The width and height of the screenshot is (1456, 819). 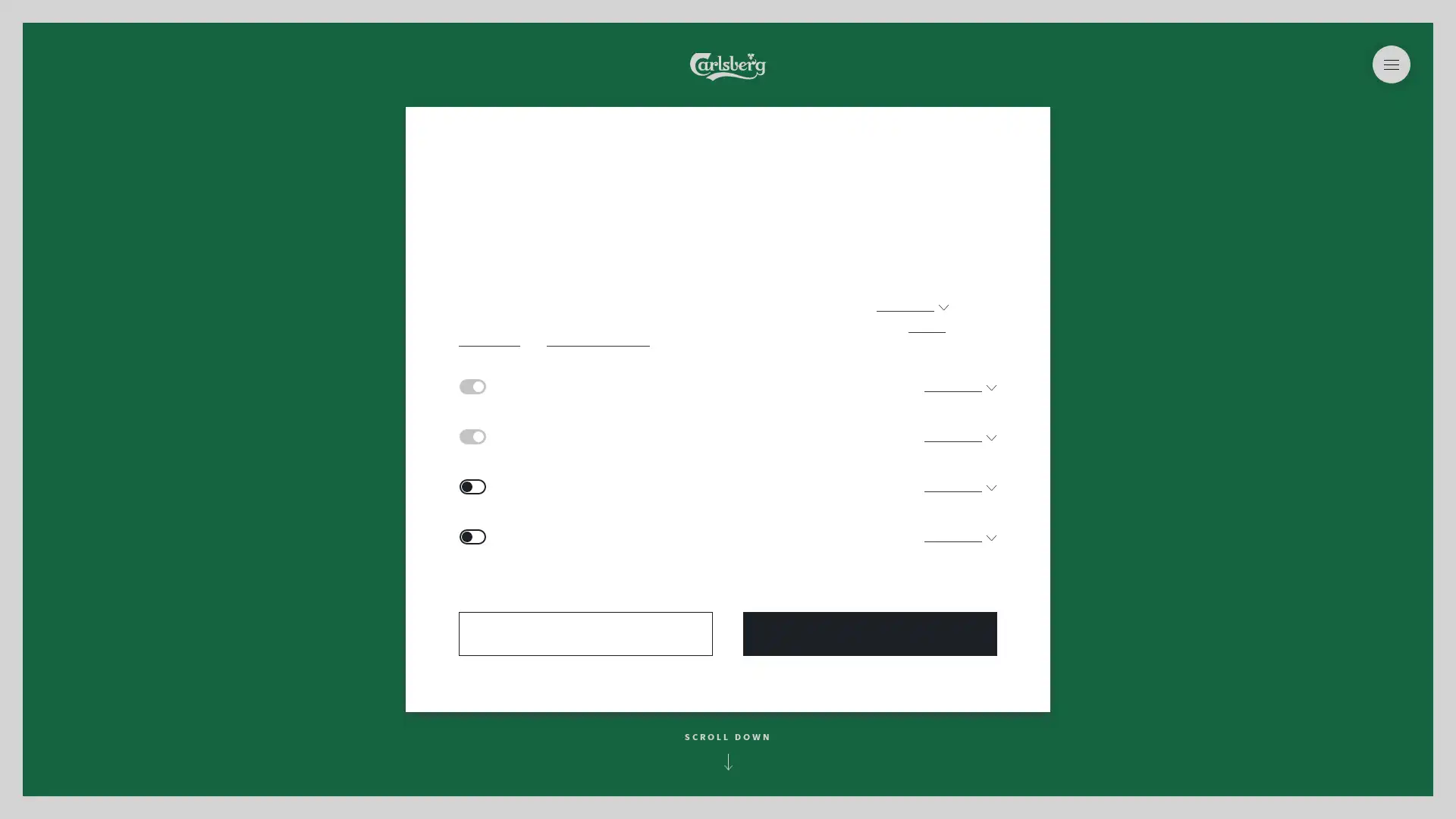 I want to click on ENTER, so click(x=728, y=576).